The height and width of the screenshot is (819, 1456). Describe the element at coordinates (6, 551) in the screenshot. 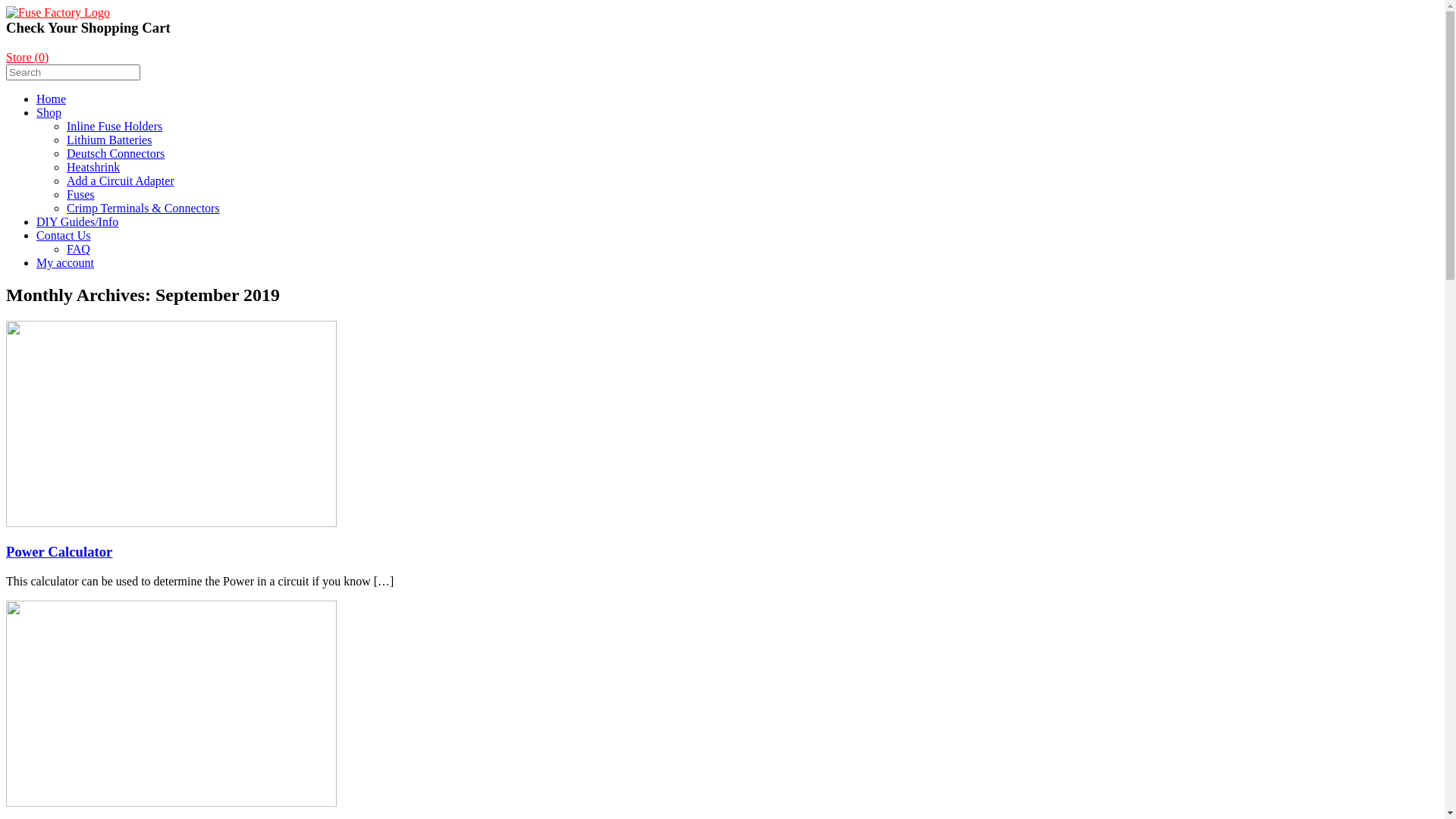

I see `'Power Calculator'` at that location.